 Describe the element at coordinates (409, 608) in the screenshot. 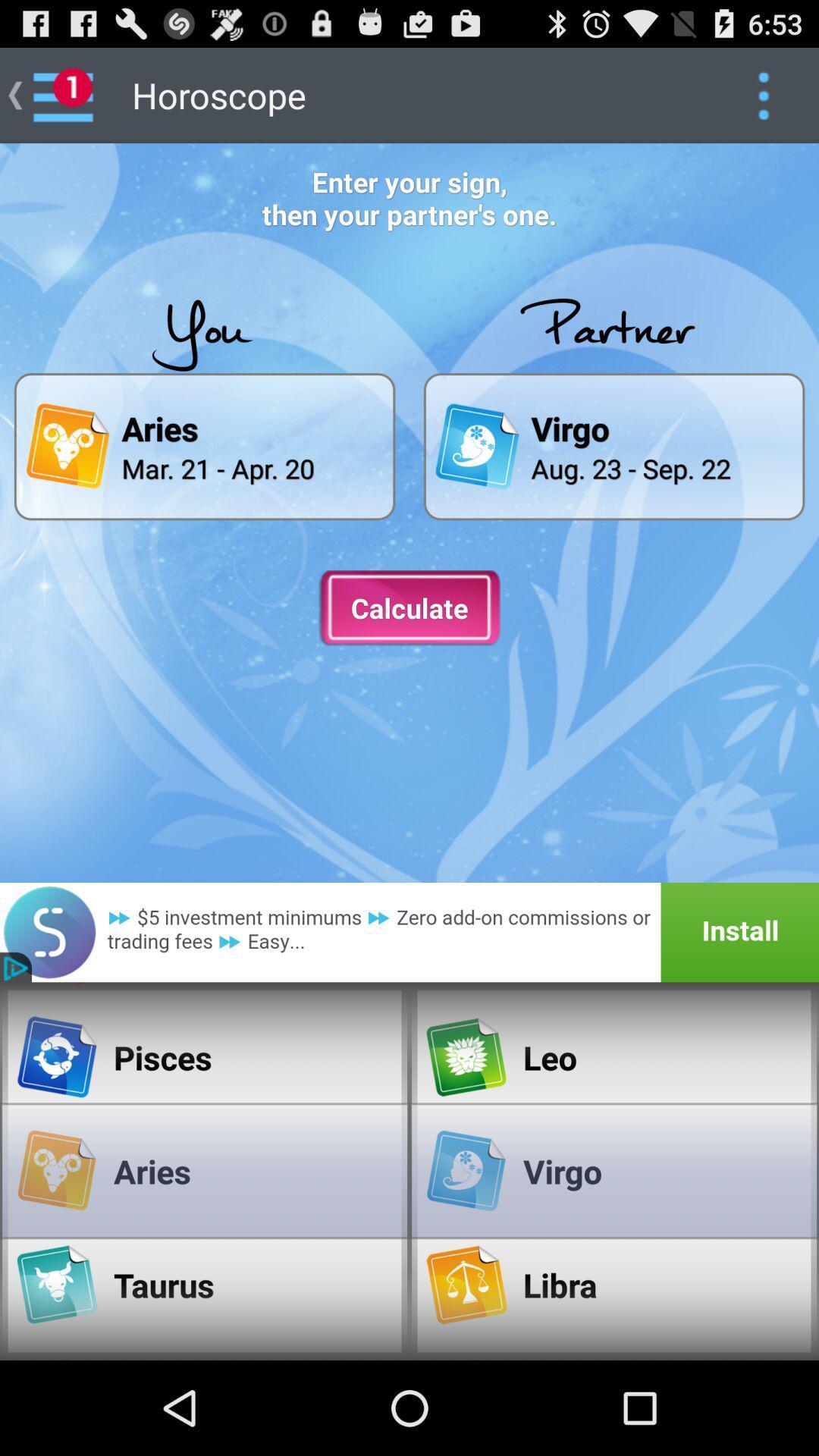

I see `calculate` at that location.